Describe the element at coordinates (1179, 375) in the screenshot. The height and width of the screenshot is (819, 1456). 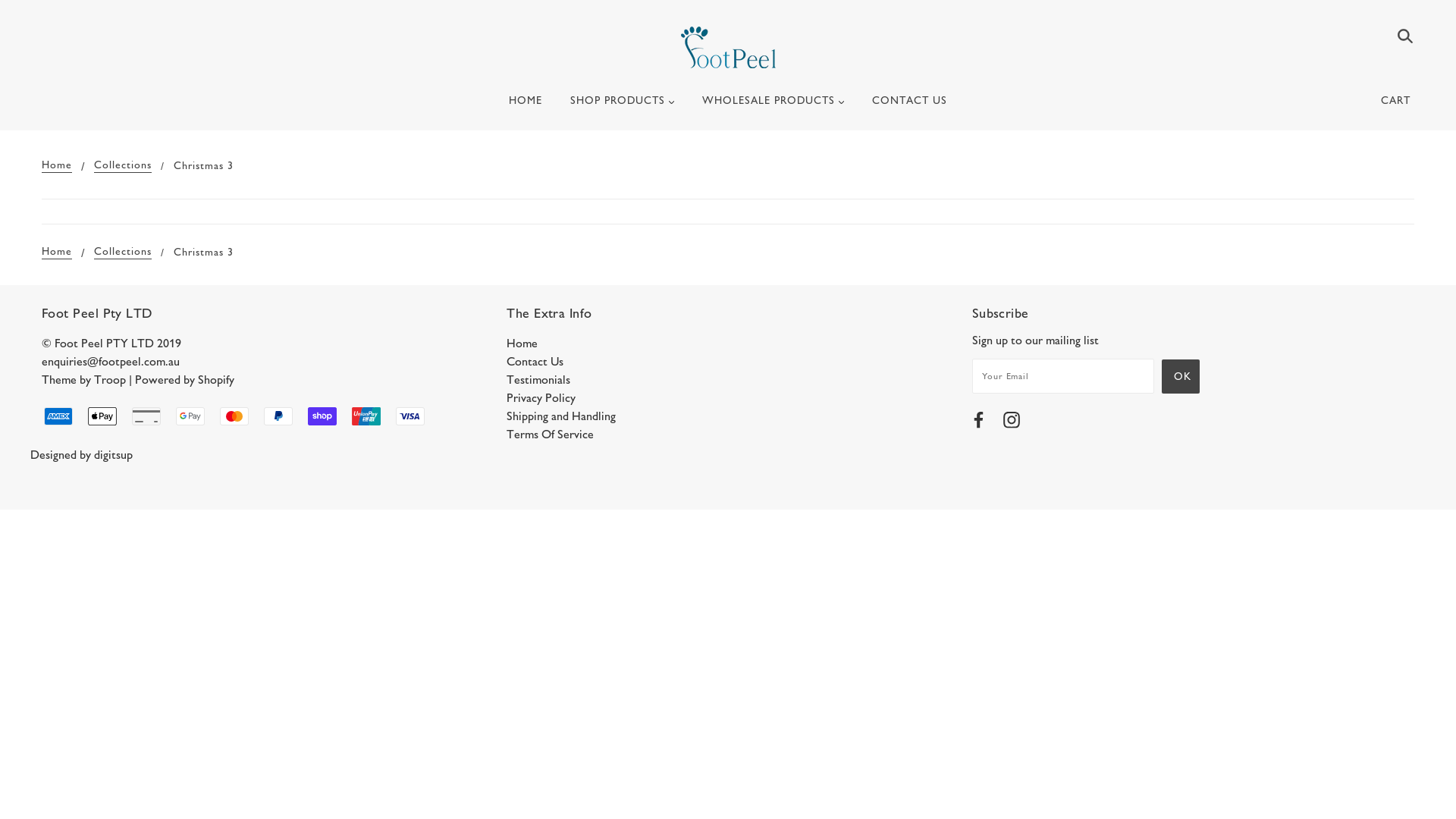
I see `'Ok'` at that location.